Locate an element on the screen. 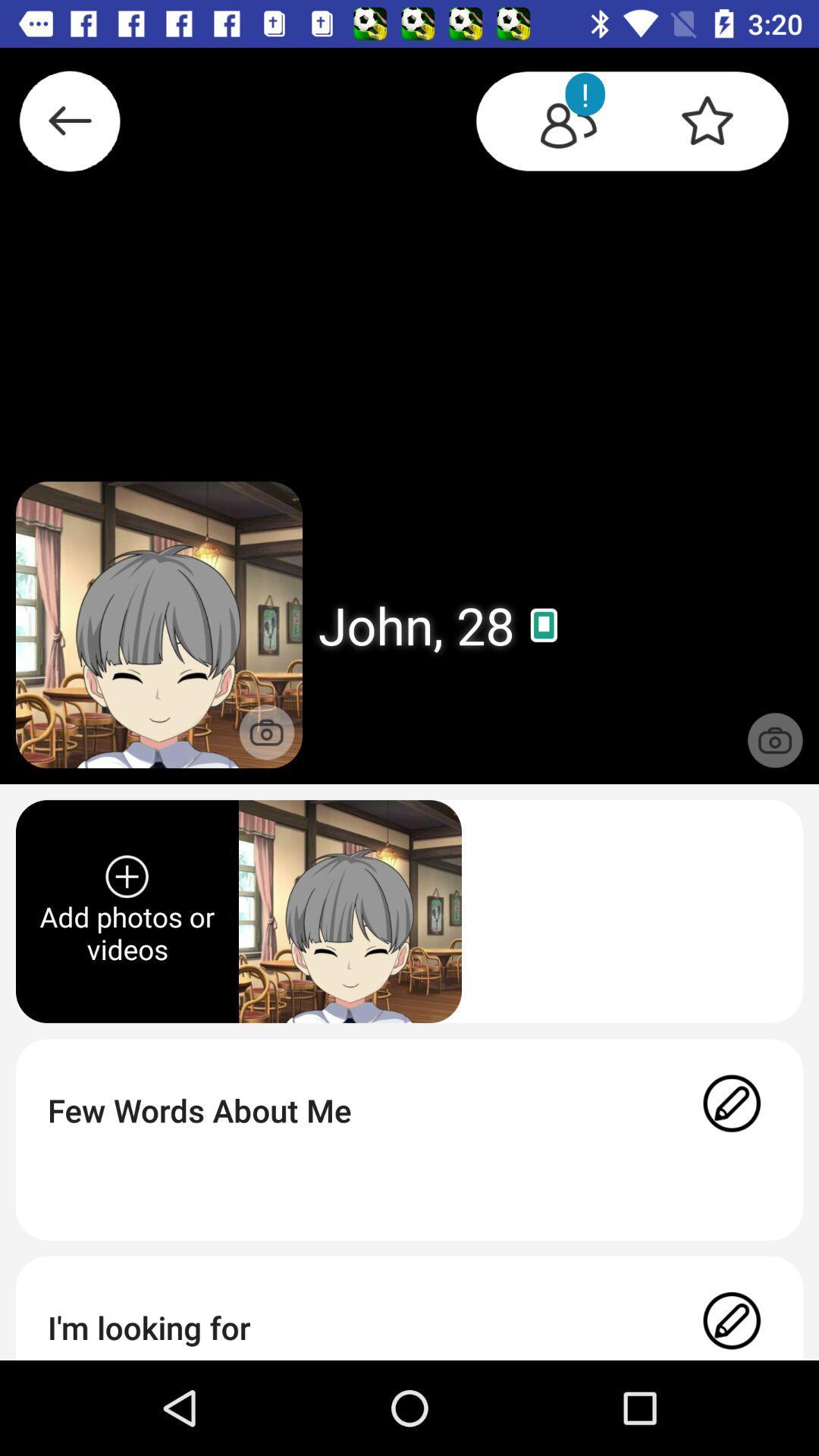 The width and height of the screenshot is (819, 1456). the star icon is located at coordinates (720, 124).